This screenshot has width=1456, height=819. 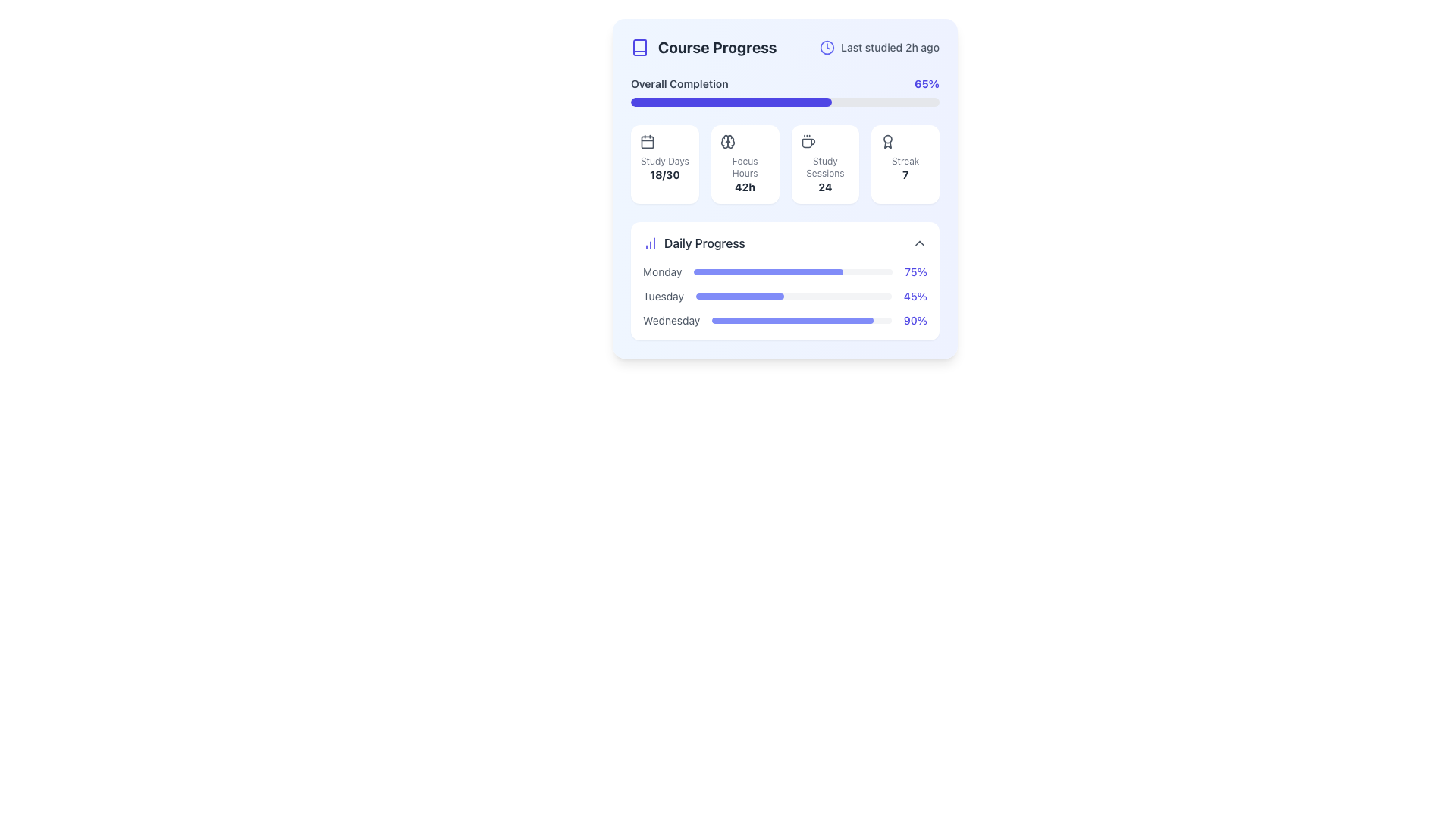 I want to click on the progress bar labeled 'Overall Completion' which shows a percentage value of '65%' indicating the course progress, so click(x=785, y=91).